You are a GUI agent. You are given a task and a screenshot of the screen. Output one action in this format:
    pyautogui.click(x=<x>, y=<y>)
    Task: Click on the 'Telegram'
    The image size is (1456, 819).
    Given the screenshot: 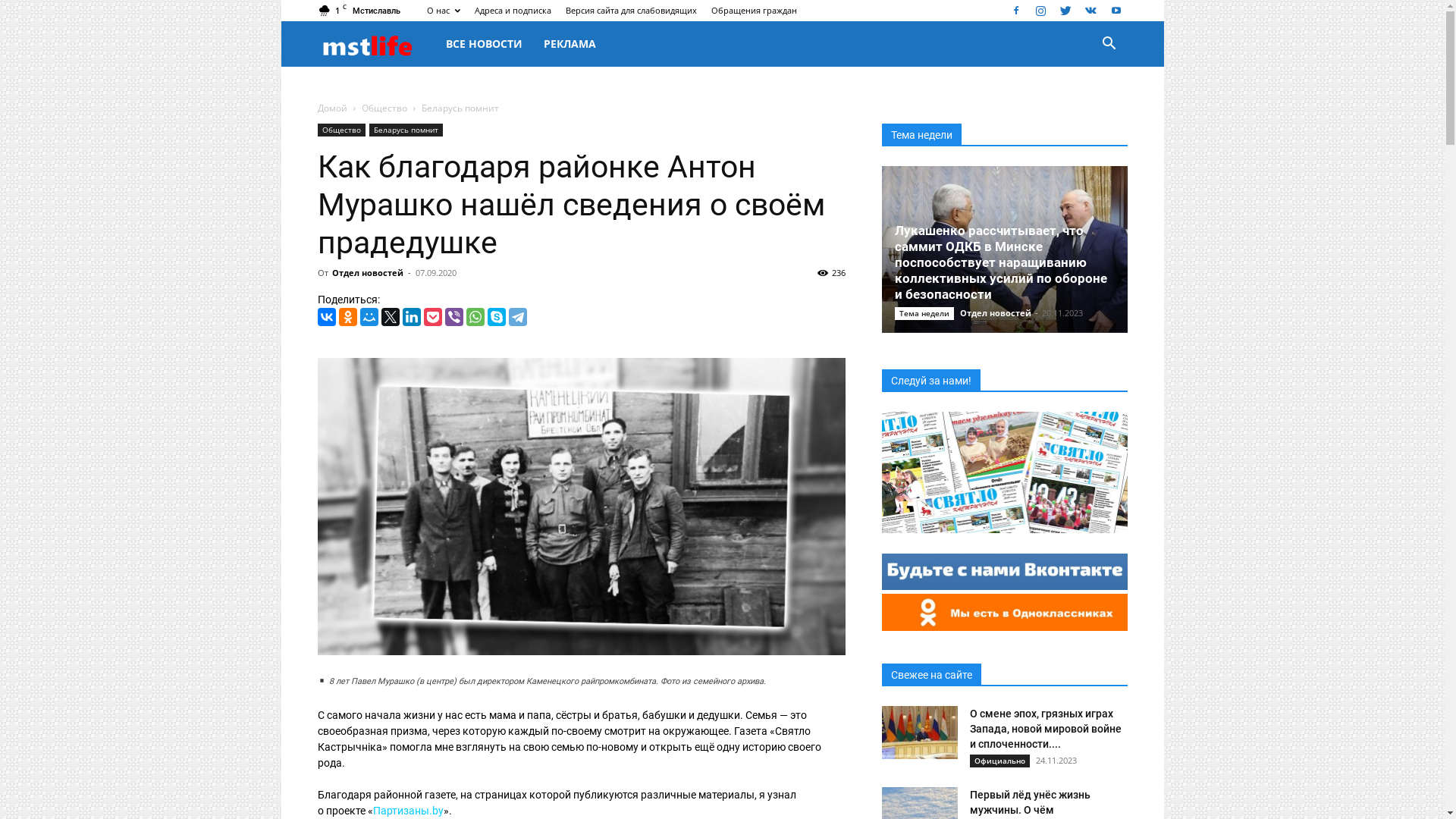 What is the action you would take?
    pyautogui.click(x=508, y=315)
    